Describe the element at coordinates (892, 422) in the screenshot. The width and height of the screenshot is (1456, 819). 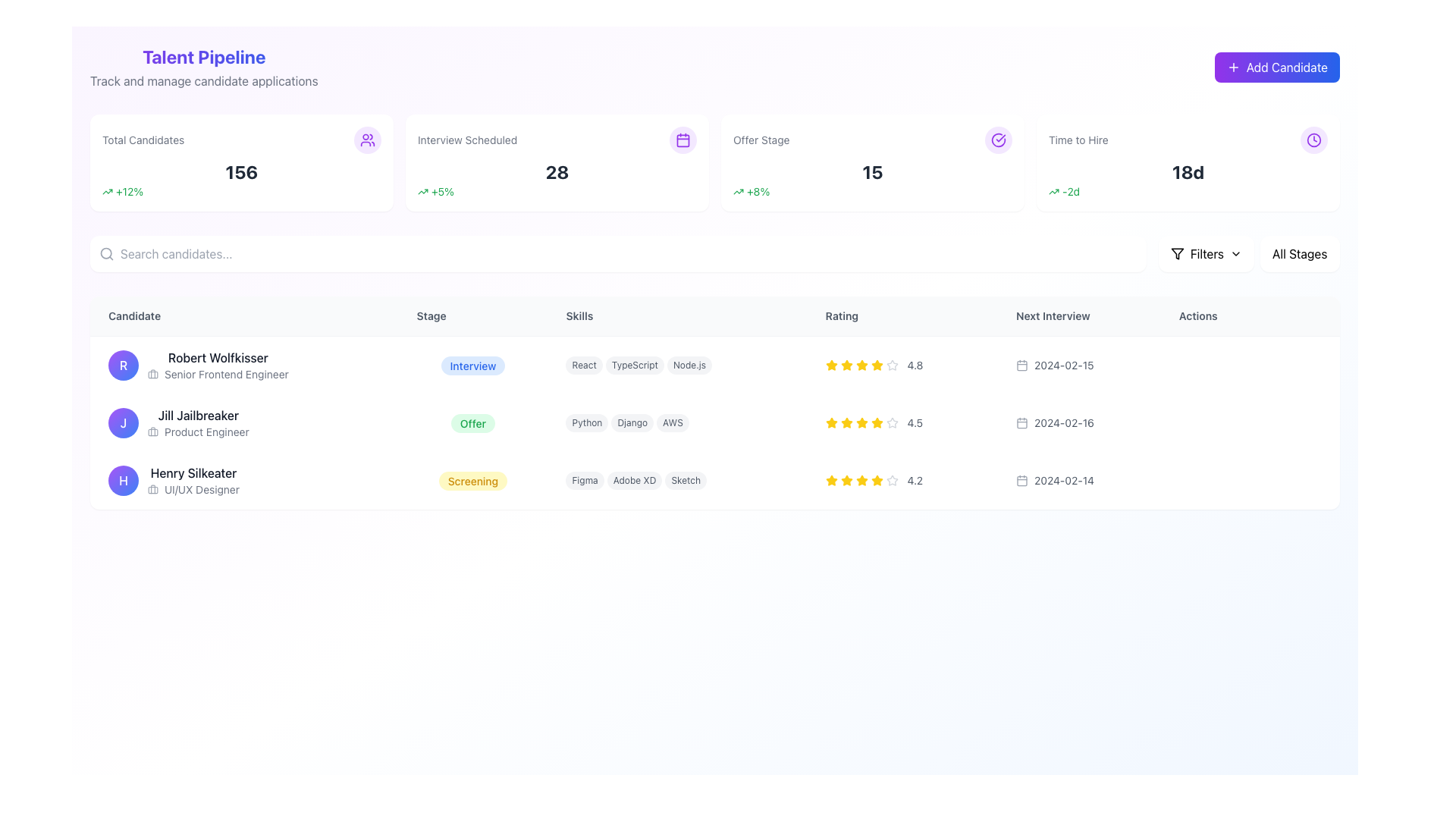
I see `the third star icon in the rating interface for the entry associated with Jill Jailbreaker to set a rating` at that location.